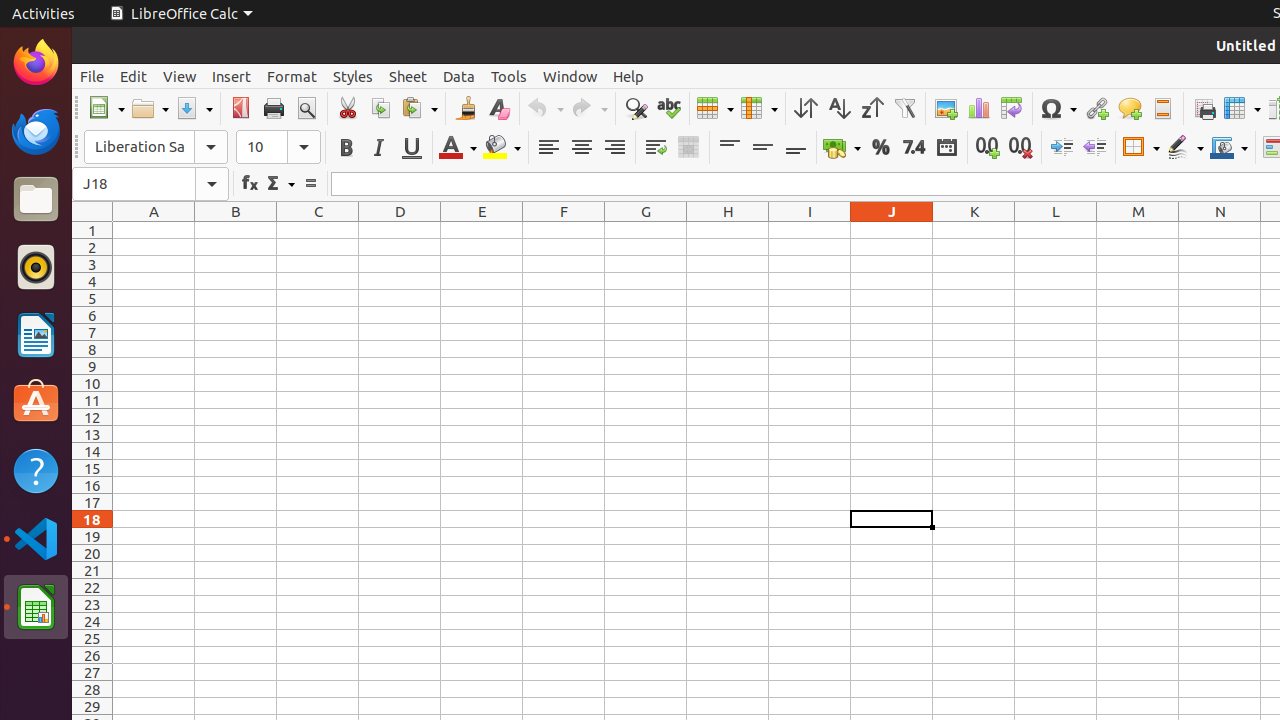  I want to click on 'Center Vertically', so click(761, 146).